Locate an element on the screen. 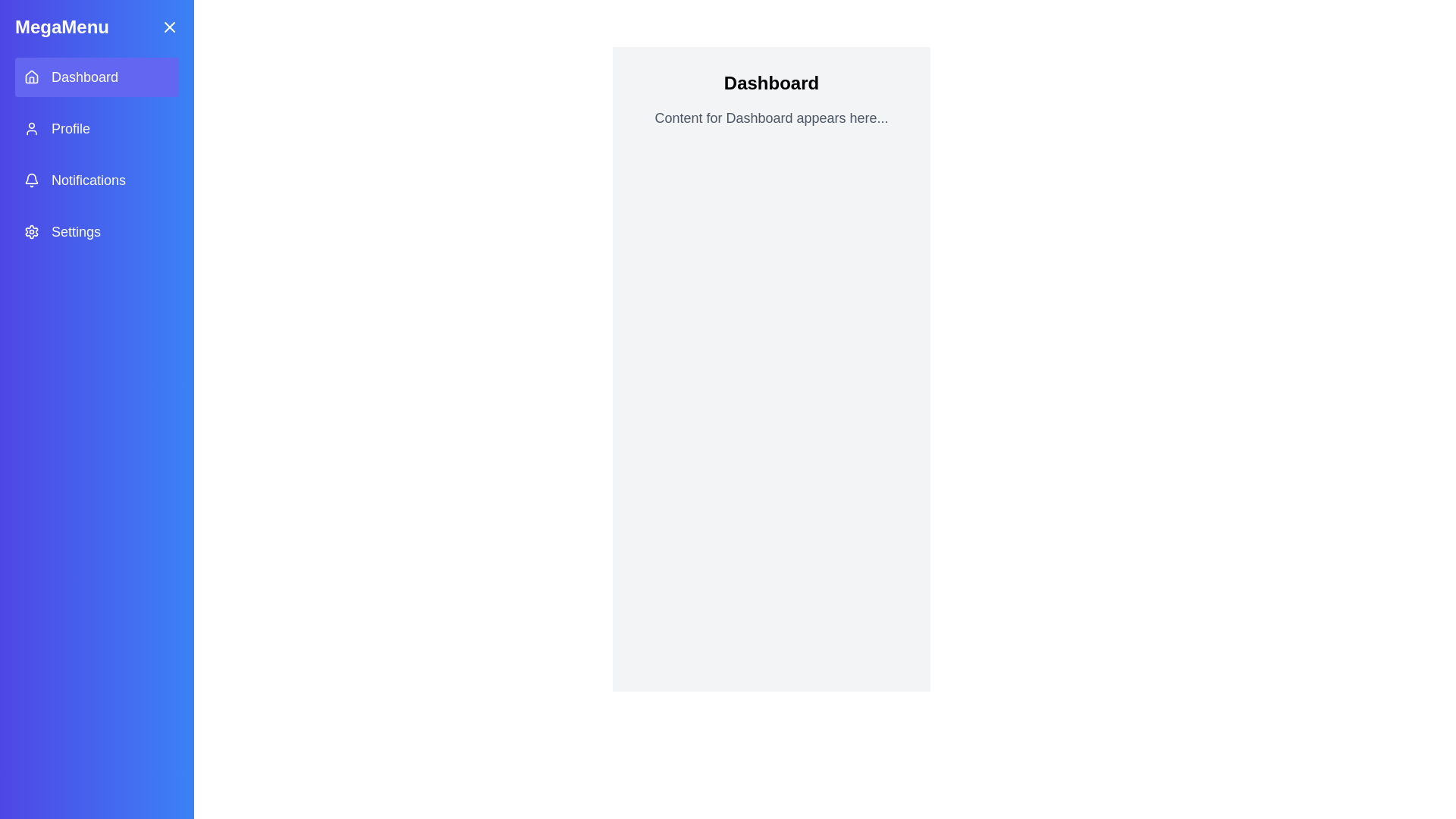 Image resolution: width=1456 pixels, height=819 pixels. the 'Settings' text label in the sidebar menu, which is displayed in a large, sans-serif font on a gradient blue background, located in the fourth row is located at coordinates (75, 231).